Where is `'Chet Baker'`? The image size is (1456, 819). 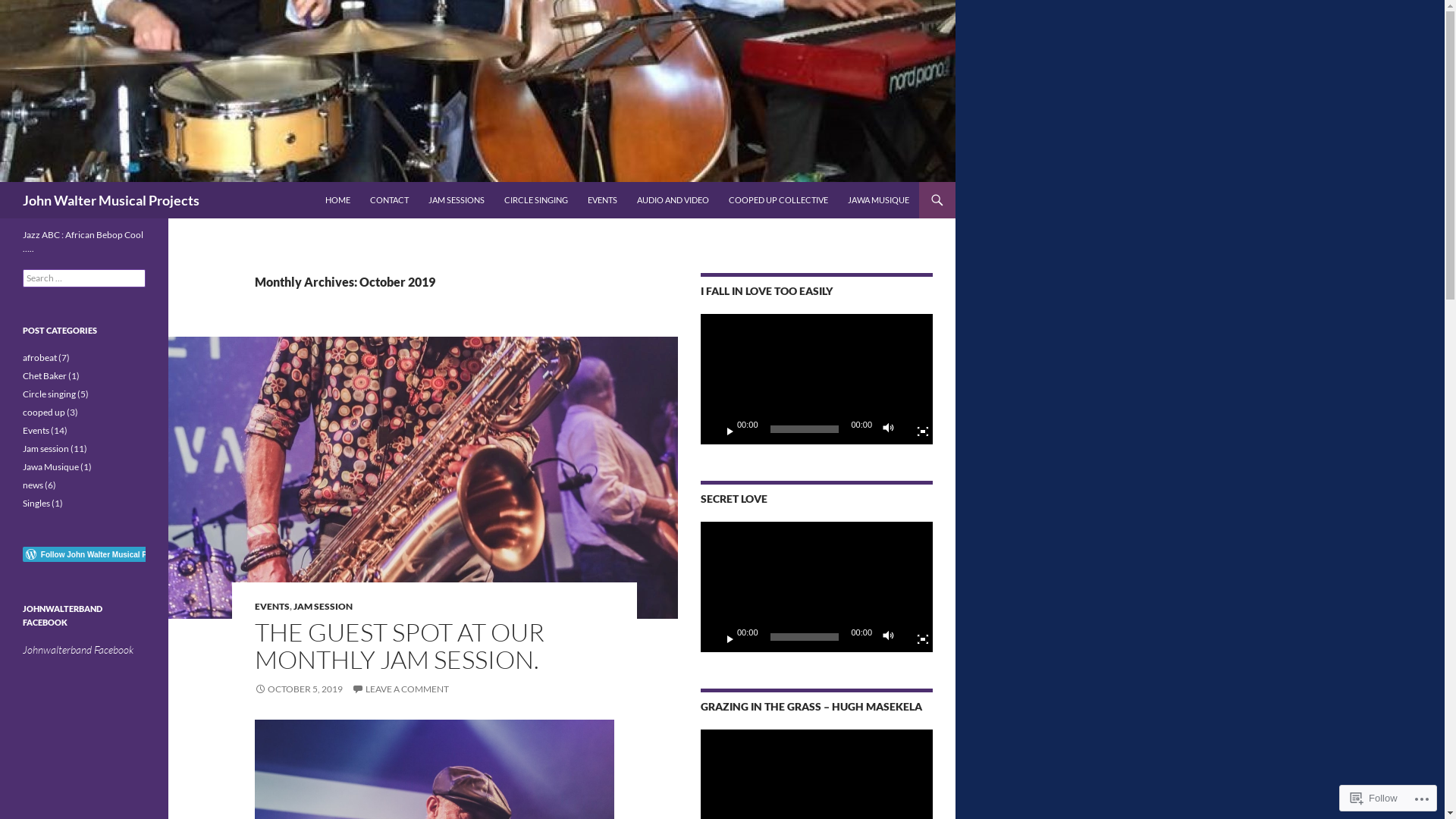 'Chet Baker' is located at coordinates (44, 375).